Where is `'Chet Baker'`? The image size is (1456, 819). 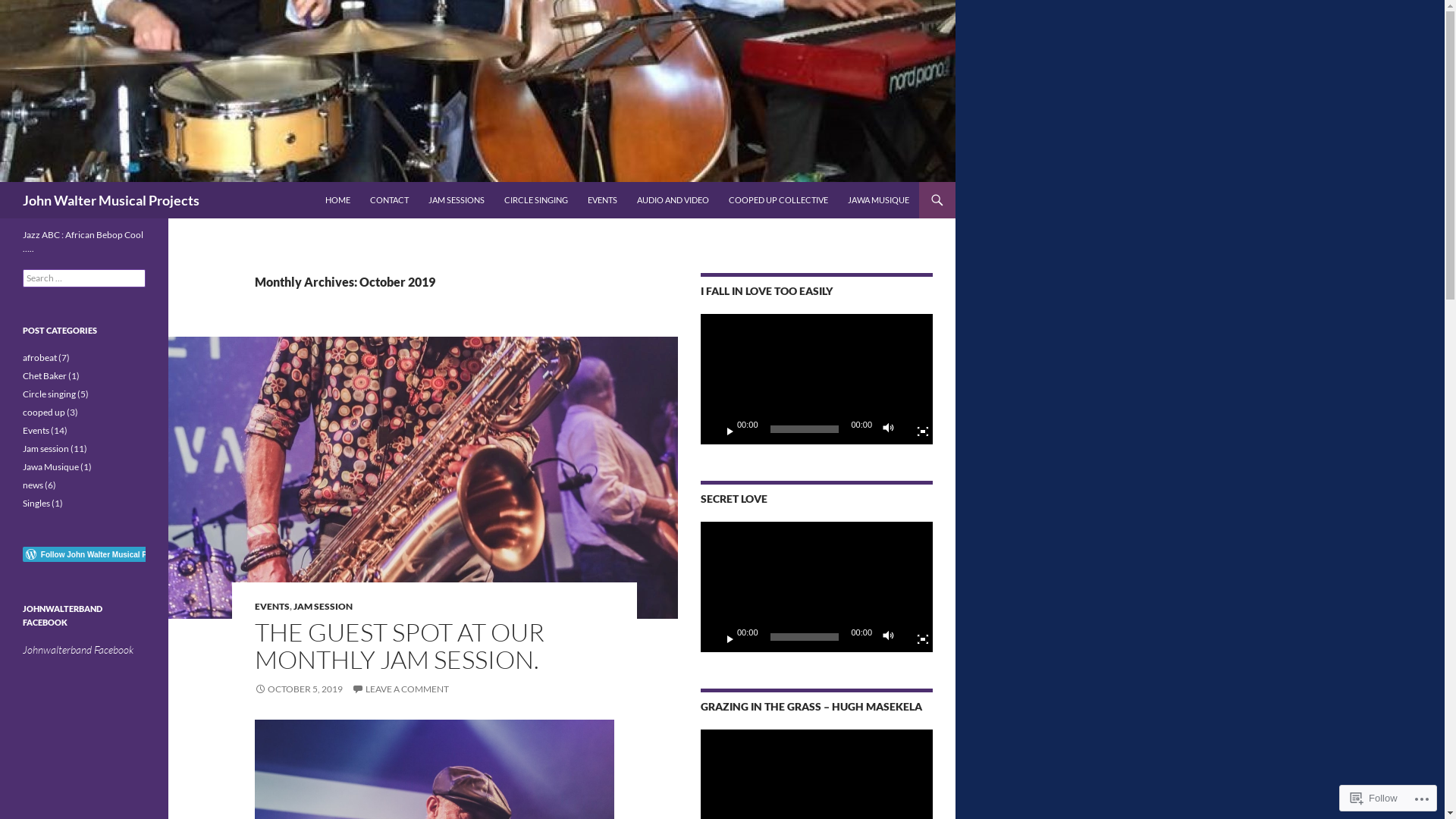 'Chet Baker' is located at coordinates (44, 375).